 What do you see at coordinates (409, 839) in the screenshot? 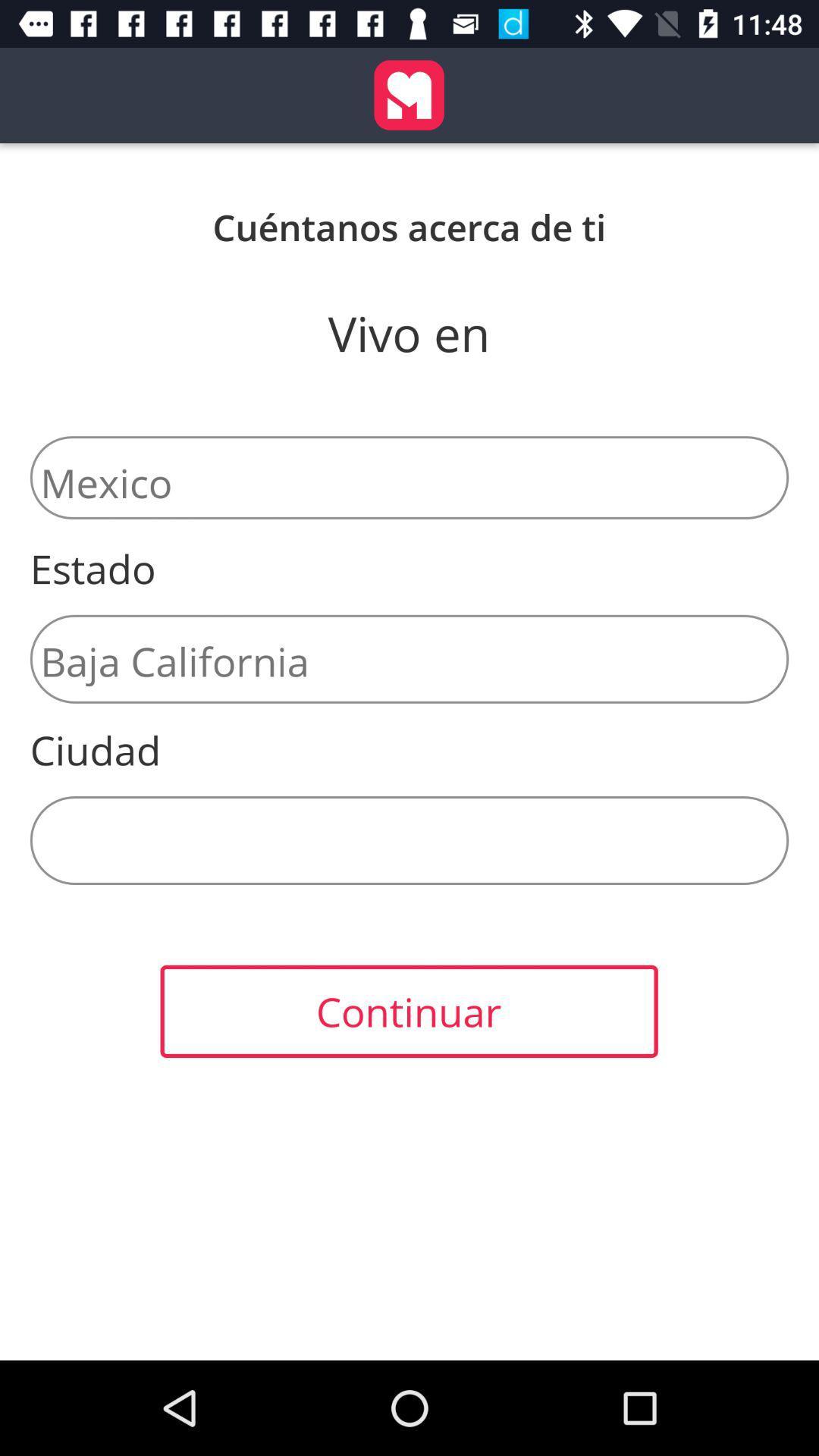
I see `the item below the ciudad icon` at bounding box center [409, 839].